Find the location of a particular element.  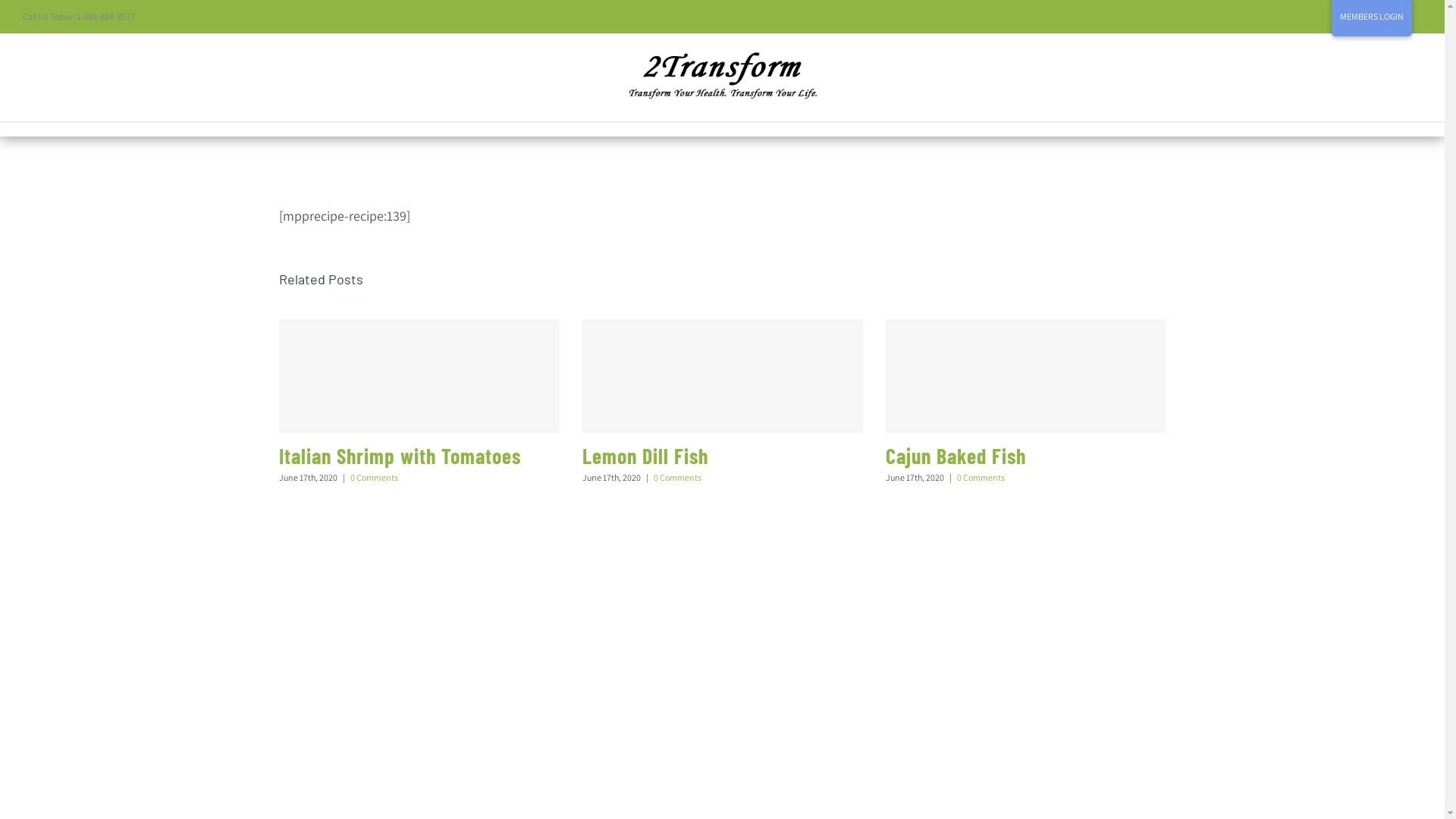

'MEMBERS LOGIN' is located at coordinates (1372, 17).